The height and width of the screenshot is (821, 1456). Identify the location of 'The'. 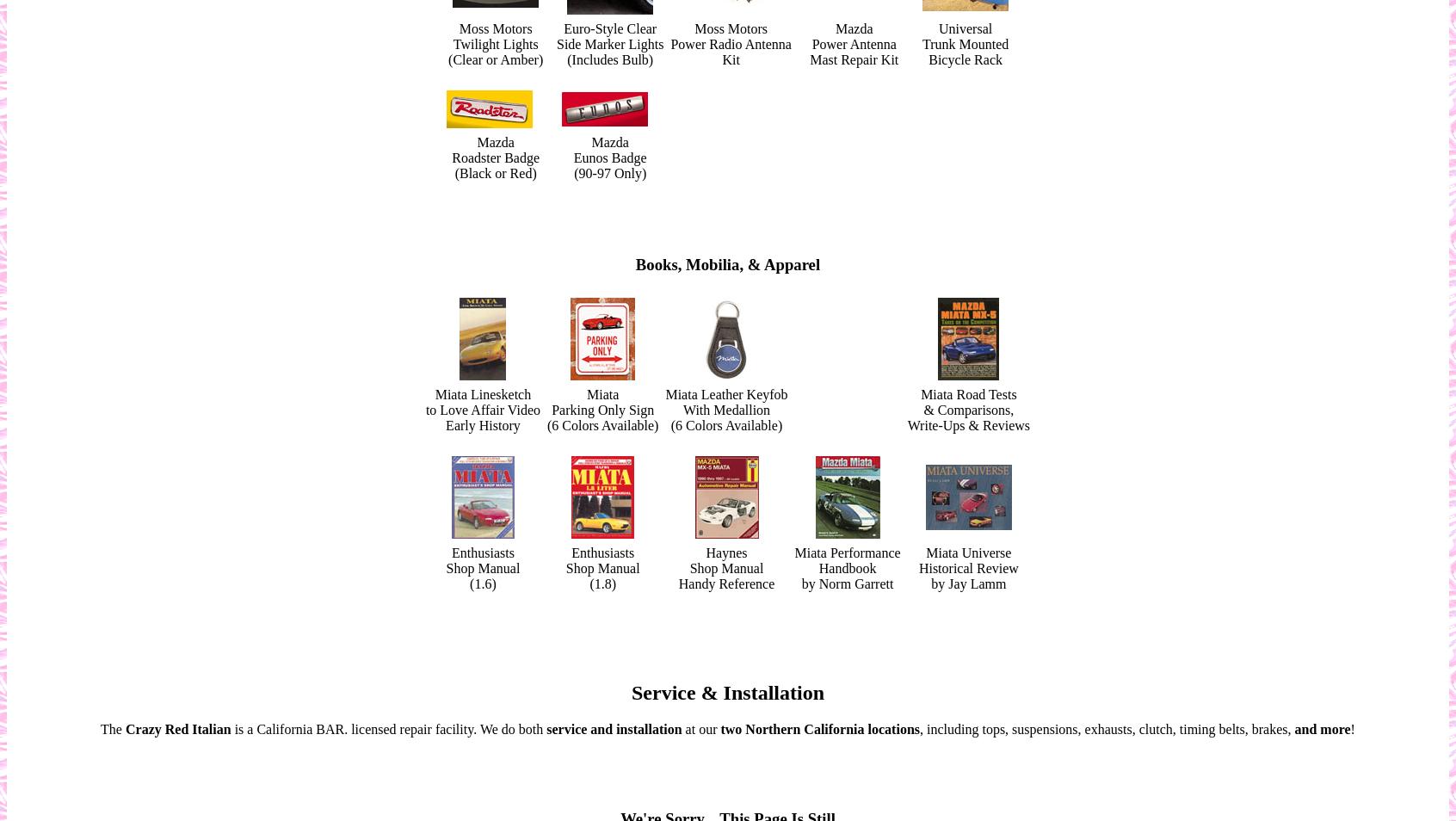
(112, 729).